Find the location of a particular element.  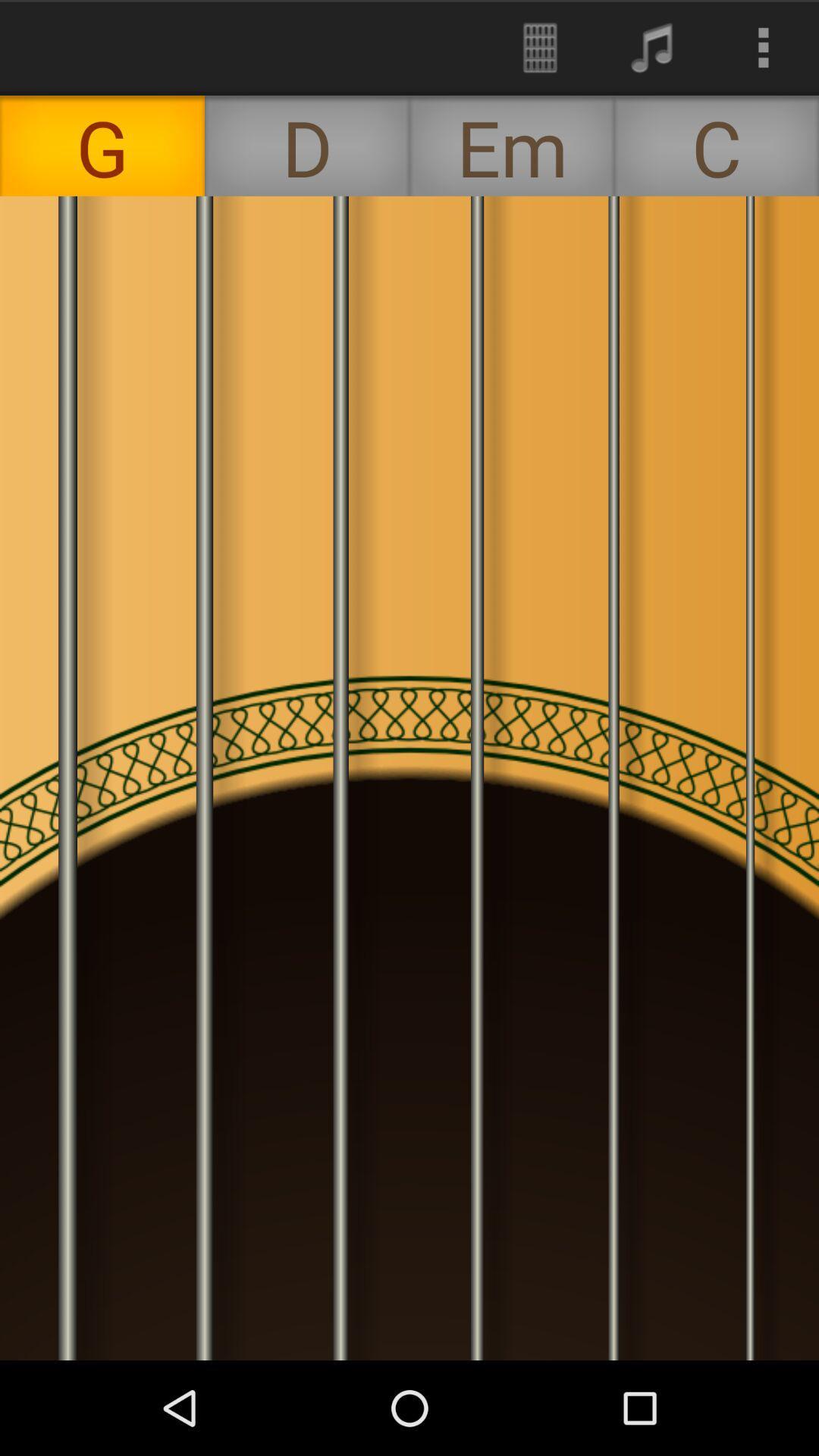

the item next to d is located at coordinates (512, 146).